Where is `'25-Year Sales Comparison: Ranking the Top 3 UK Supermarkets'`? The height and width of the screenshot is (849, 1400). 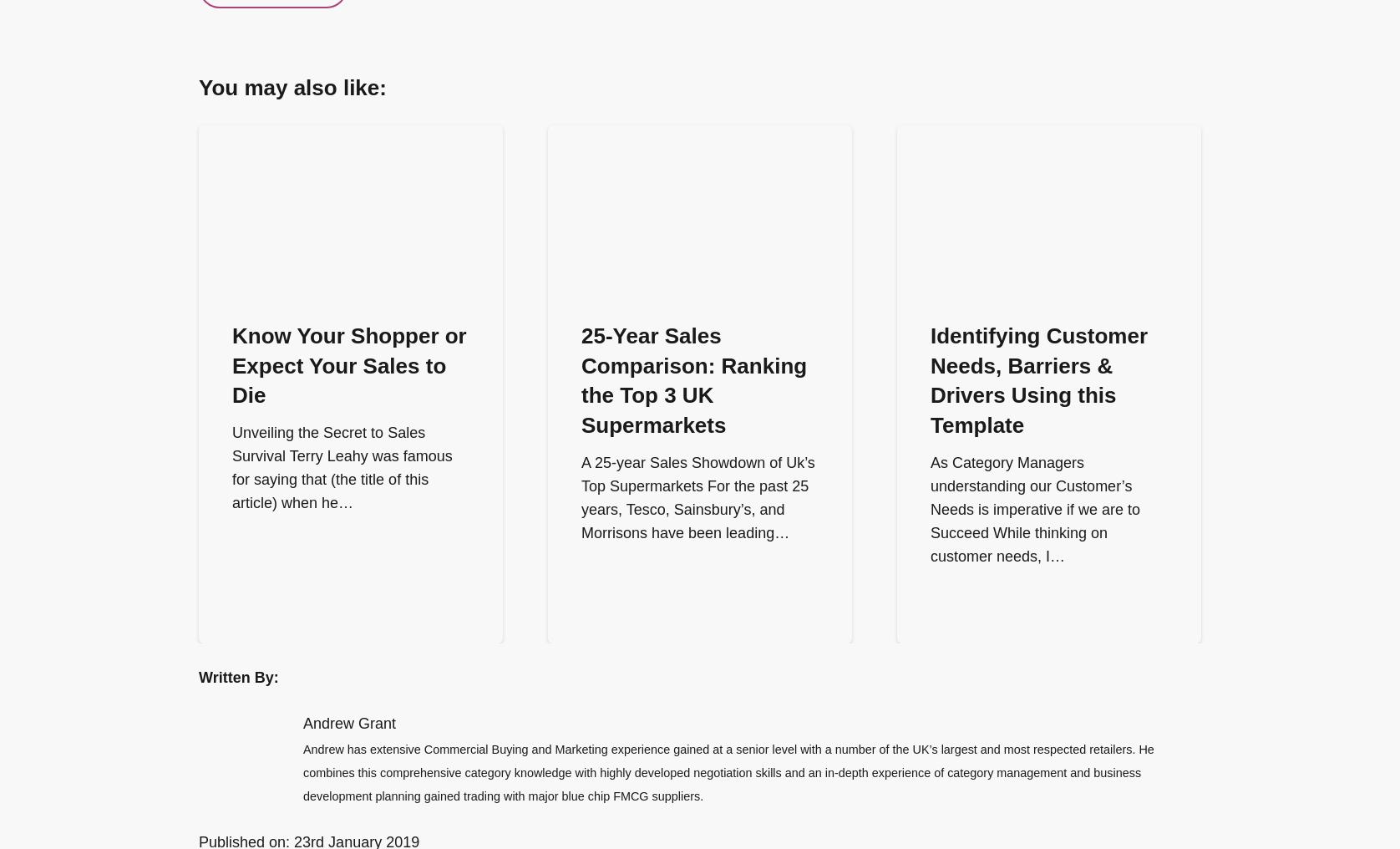
'25-Year Sales Comparison: Ranking the Top 3 UK Supermarkets' is located at coordinates (692, 379).